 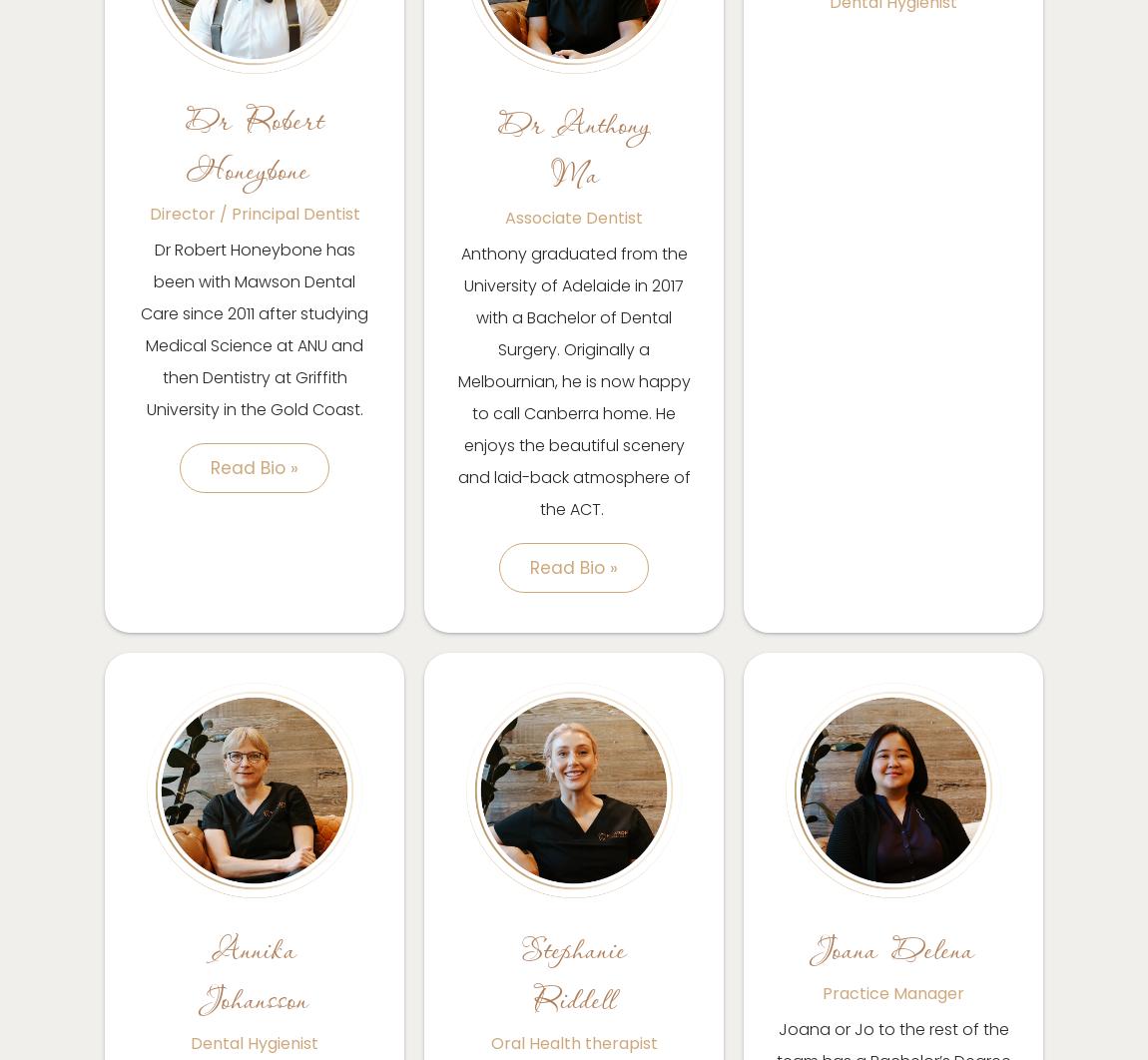 What do you see at coordinates (573, 1042) in the screenshot?
I see `'Oral Health therapist'` at bounding box center [573, 1042].